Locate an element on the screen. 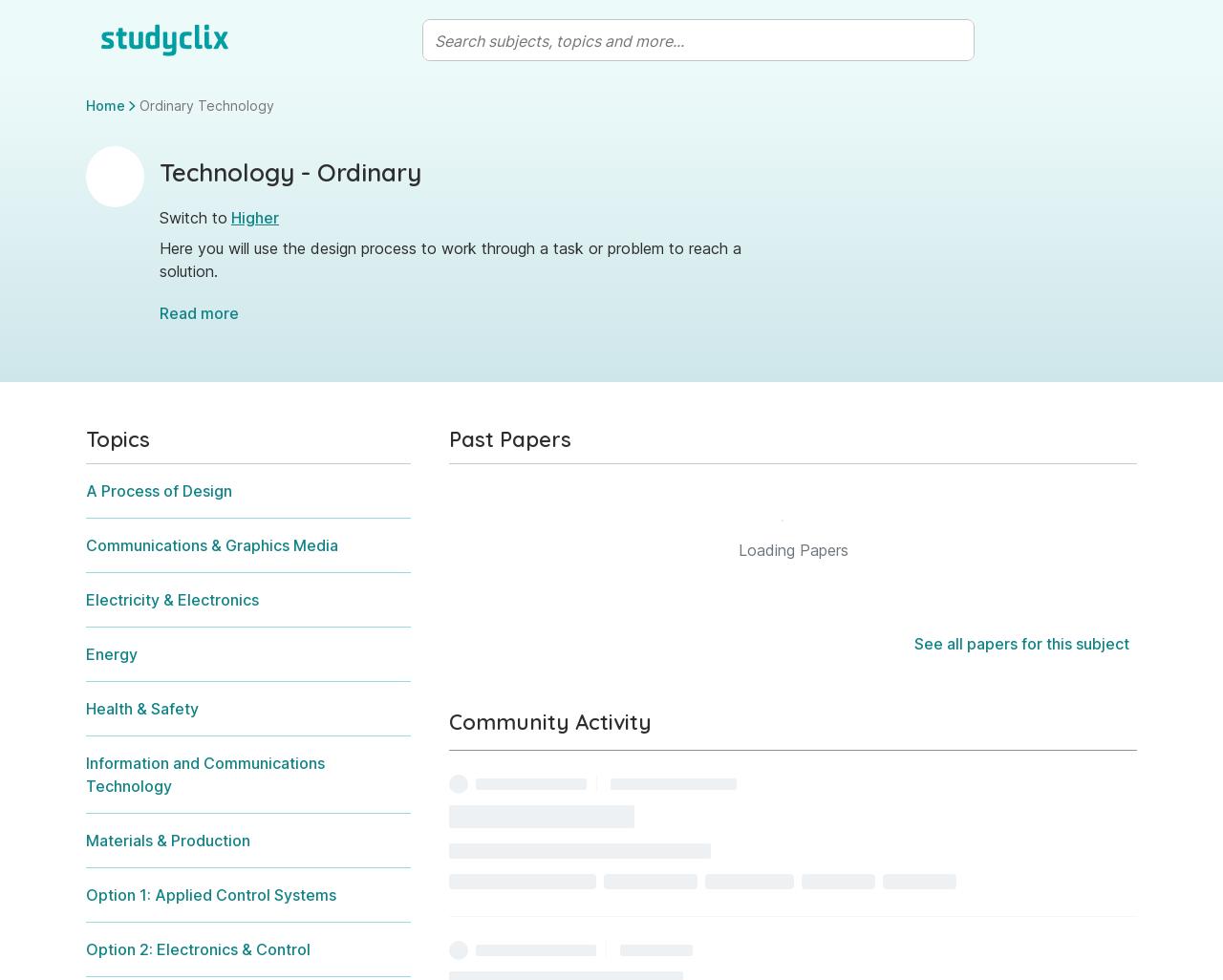  'Studyclix for Schools' is located at coordinates (447, 724).